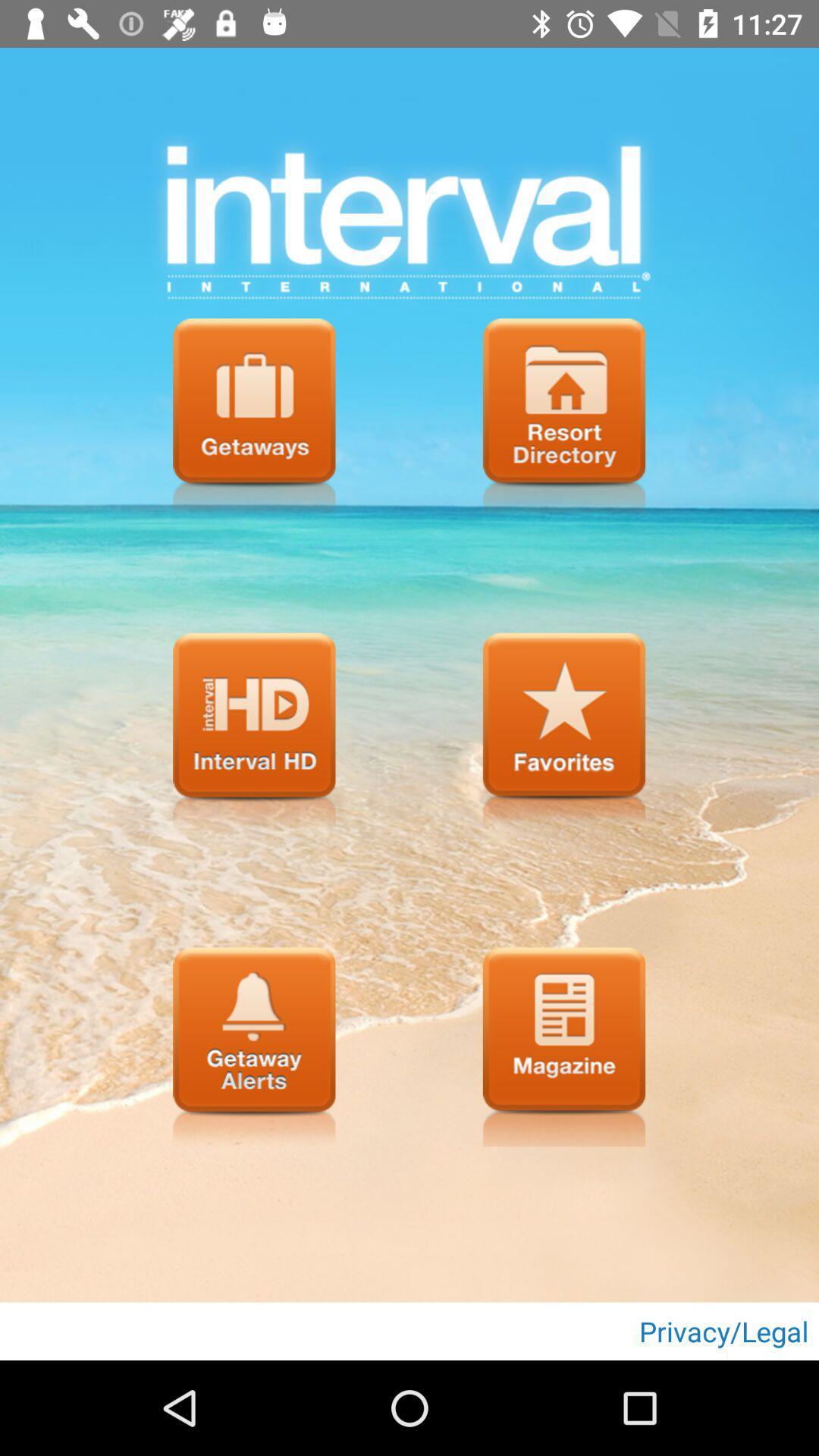 The image size is (819, 1456). I want to click on setting page, so click(253, 418).